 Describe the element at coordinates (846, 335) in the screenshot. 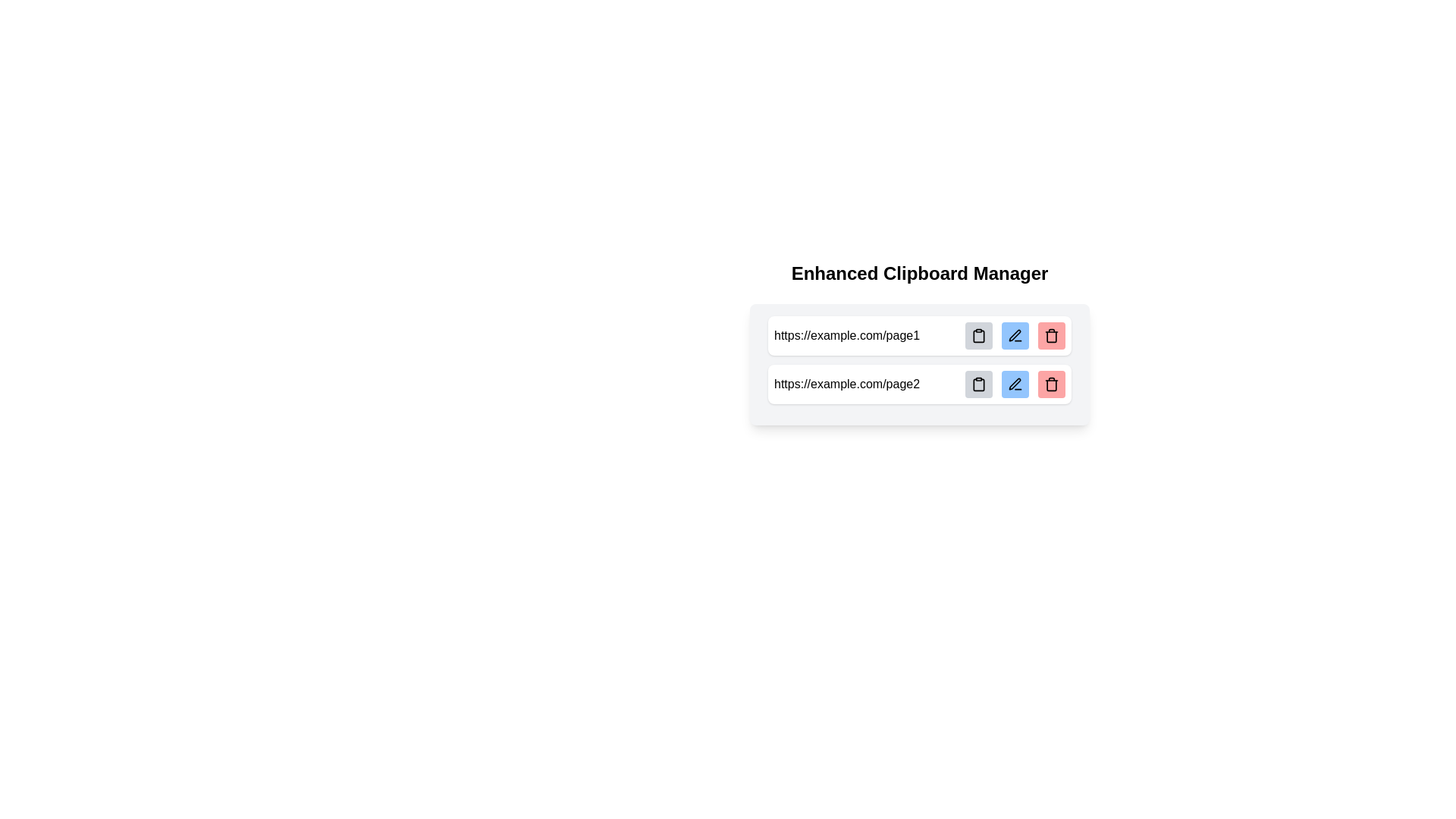

I see `the static text element displaying the URL 'https://example.com/page1' located in the first row of a list, positioned on the left side adjacent to interactive icon buttons` at that location.